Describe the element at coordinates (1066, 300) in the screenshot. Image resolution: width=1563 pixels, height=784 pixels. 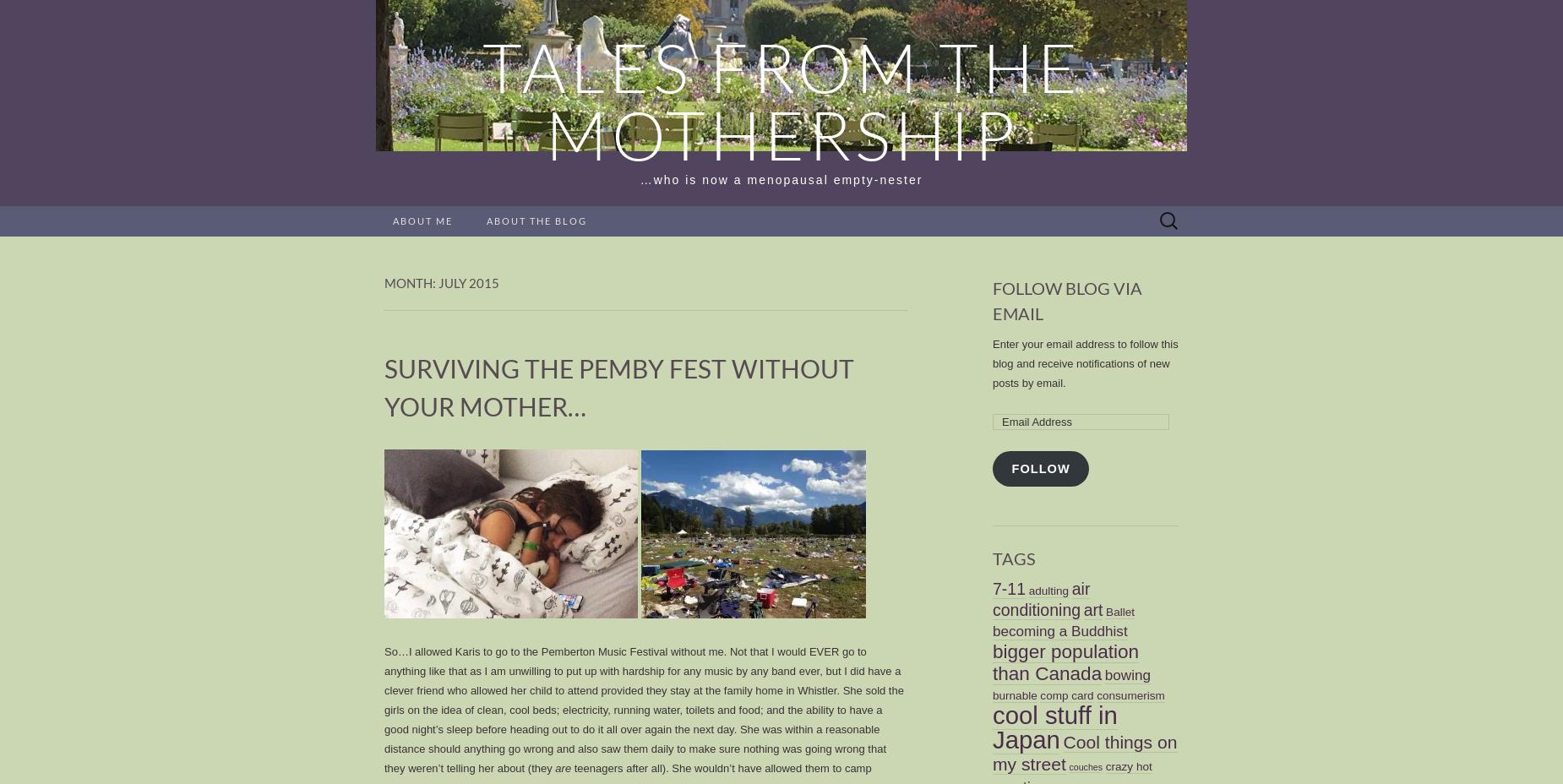
I see `'Follow Blog via Email'` at that location.